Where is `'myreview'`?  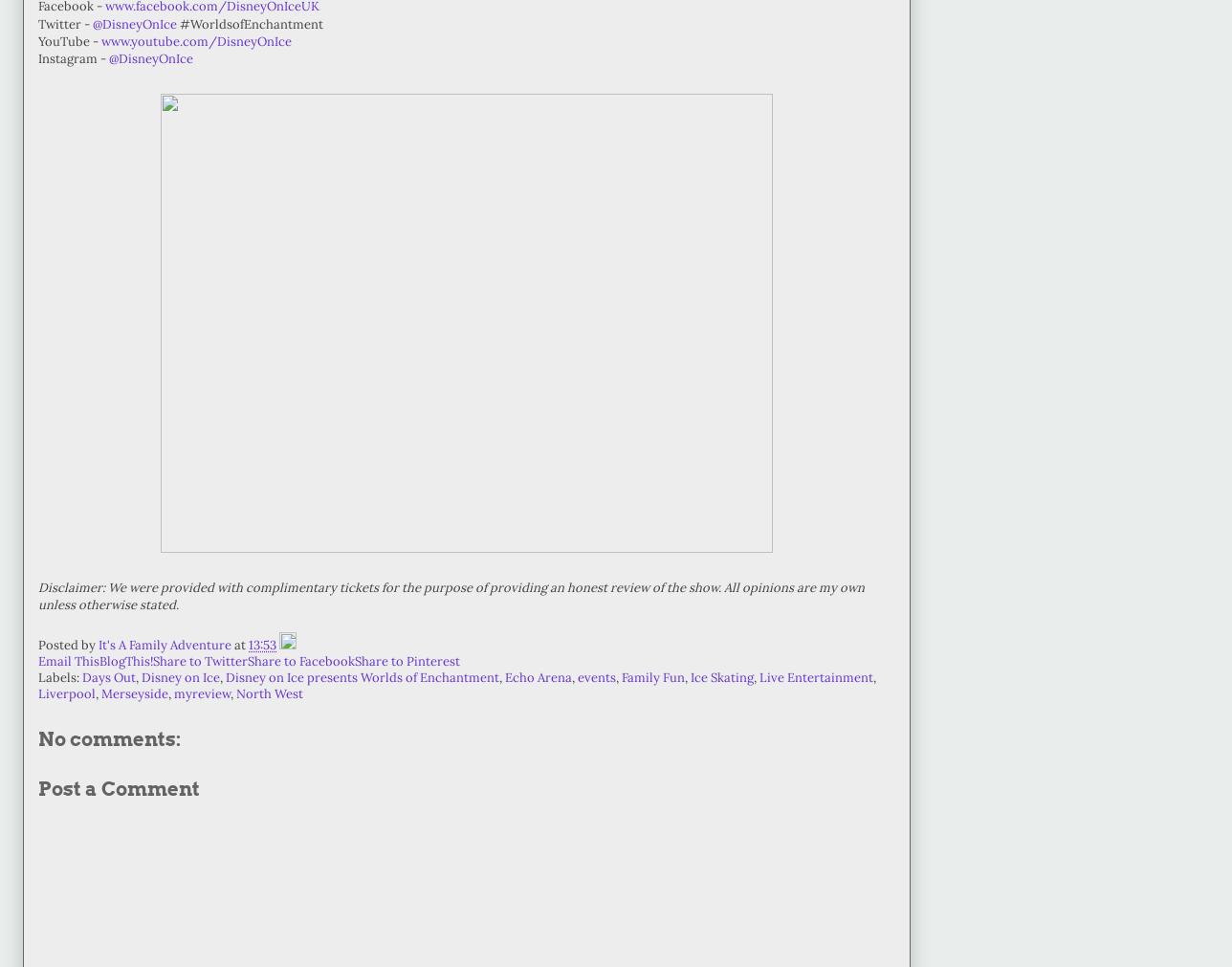 'myreview' is located at coordinates (173, 692).